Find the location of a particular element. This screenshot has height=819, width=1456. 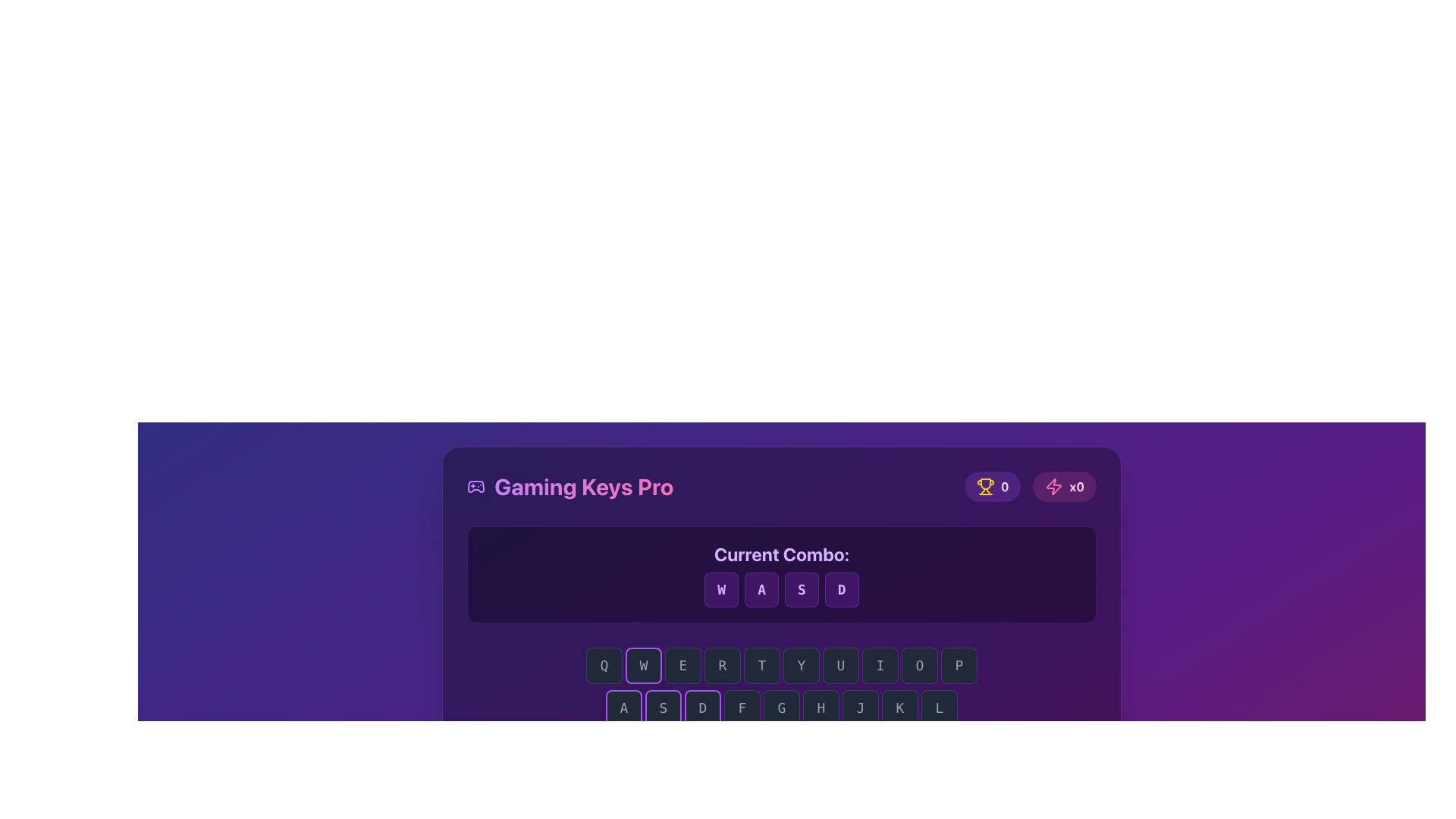

the square button with a rounded border displaying the letter 'E', which is the third button in a series of 10 buttons representing 'QWERTYUIOP', located below the 'Current Combo' section is located at coordinates (682, 665).